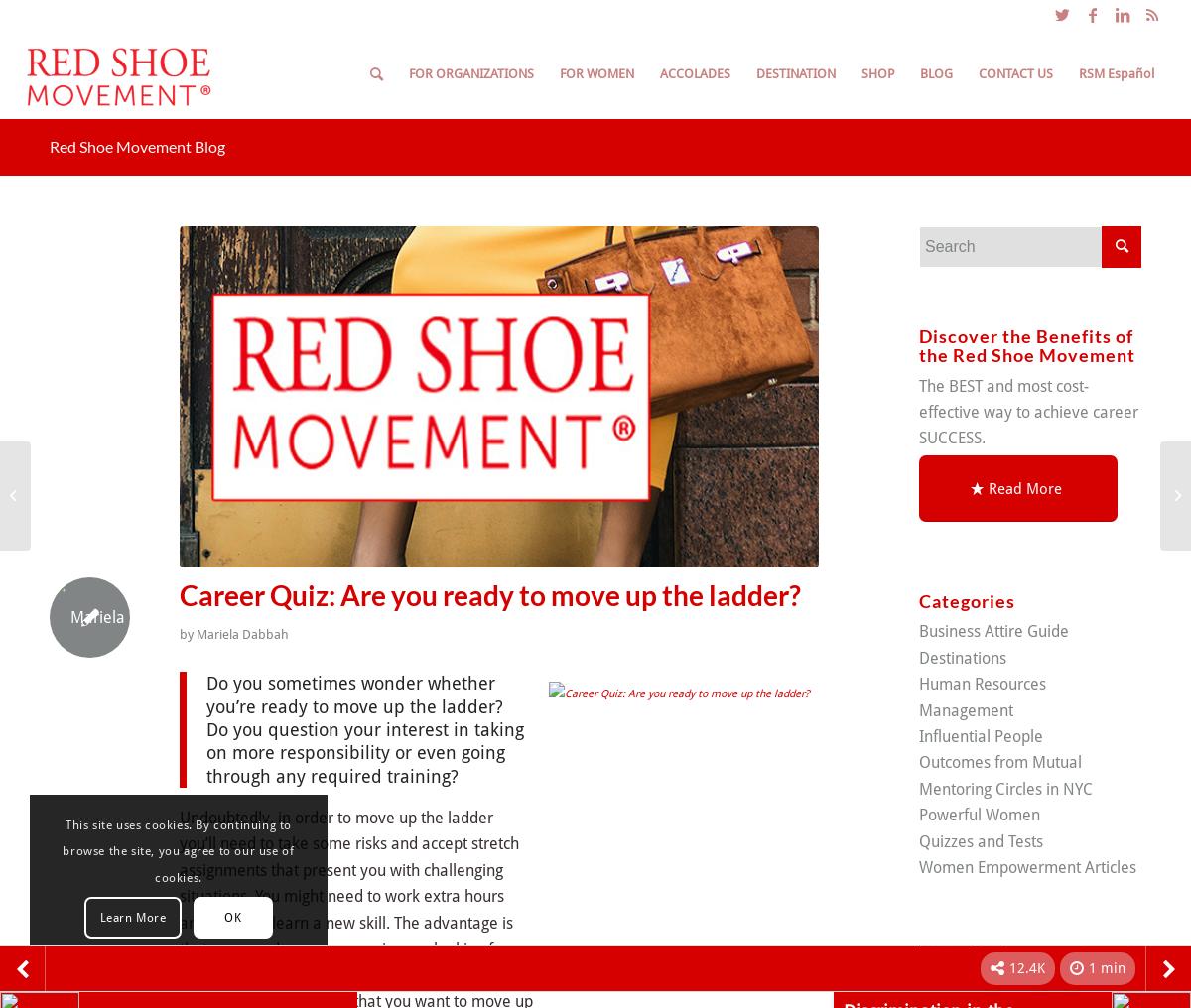  I want to click on 'Career Quiz: Are you ready to move up the ladder?', so click(489, 595).